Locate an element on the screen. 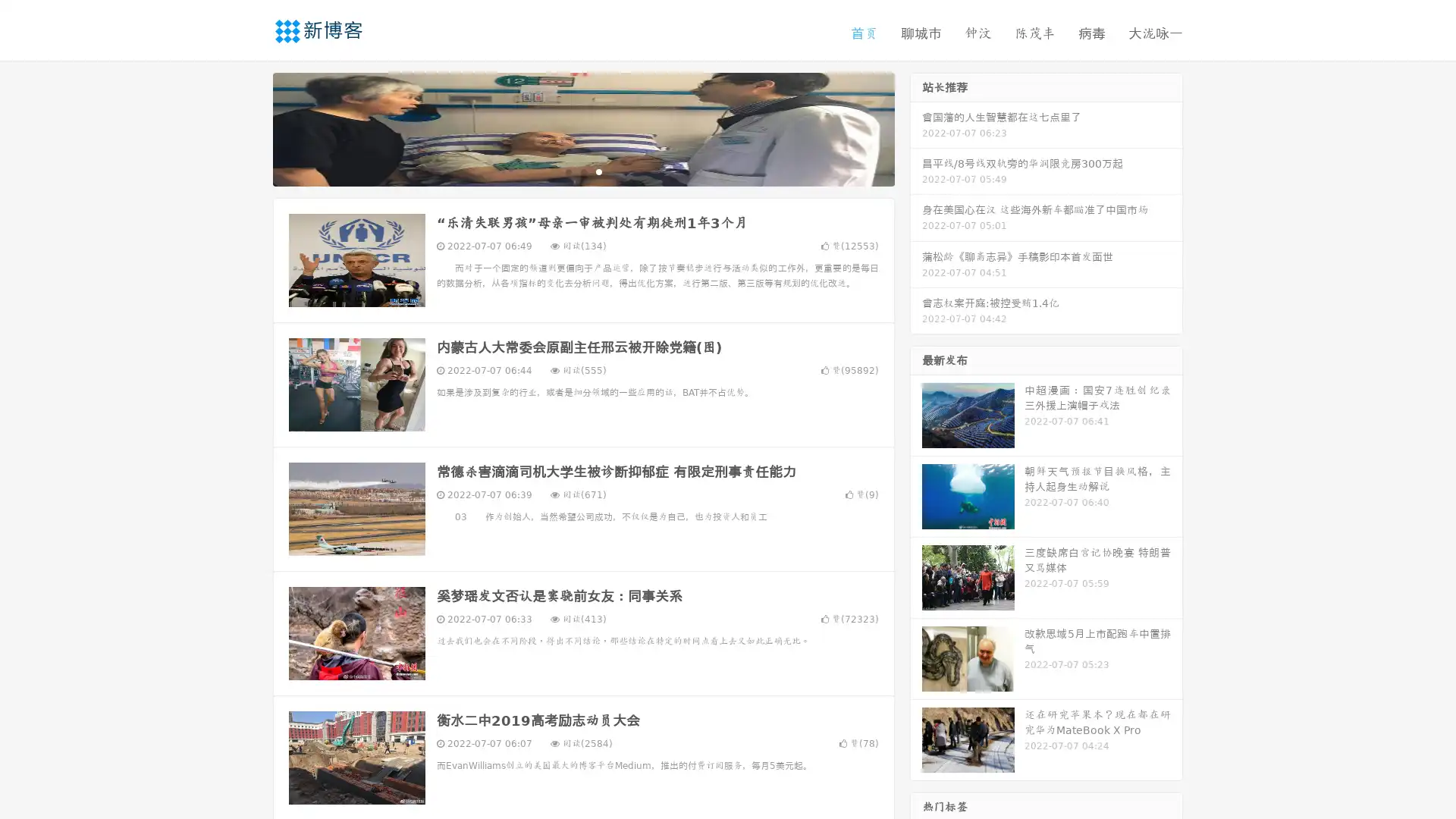  Go to slide 1 is located at coordinates (567, 171).